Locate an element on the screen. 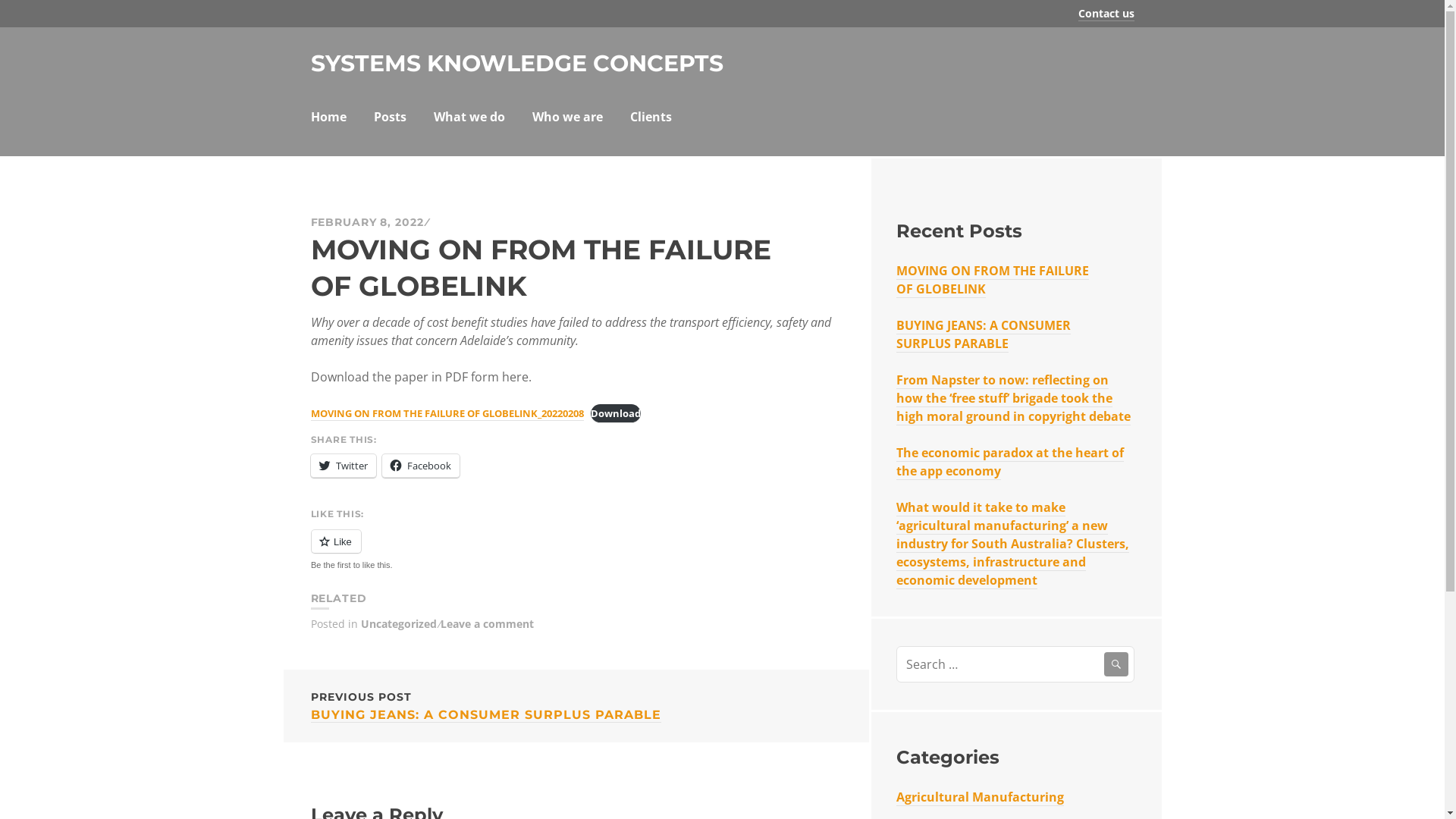  'Clients' is located at coordinates (629, 118).